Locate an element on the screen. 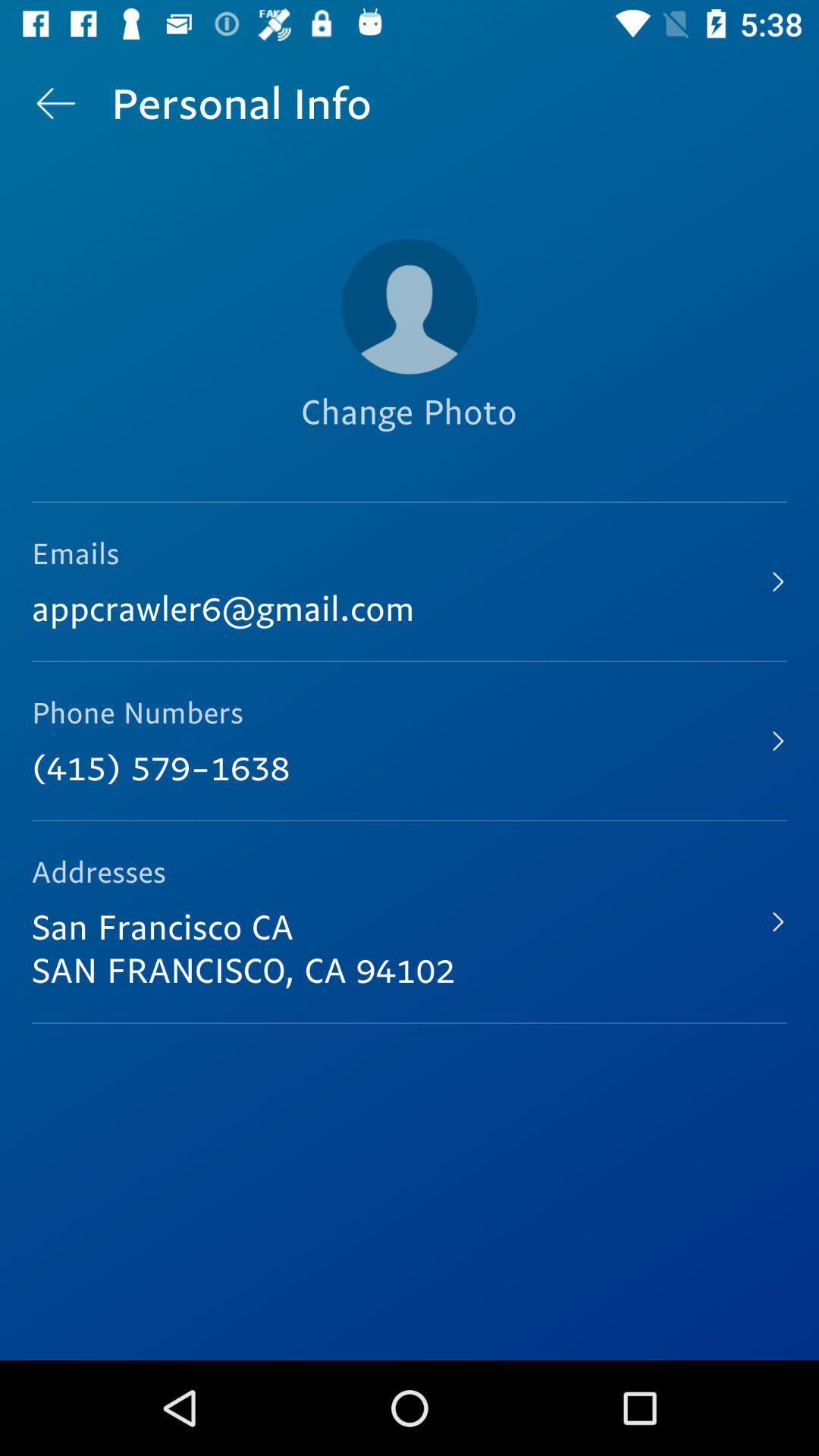 The width and height of the screenshot is (819, 1456). the icon above change photo is located at coordinates (409, 306).